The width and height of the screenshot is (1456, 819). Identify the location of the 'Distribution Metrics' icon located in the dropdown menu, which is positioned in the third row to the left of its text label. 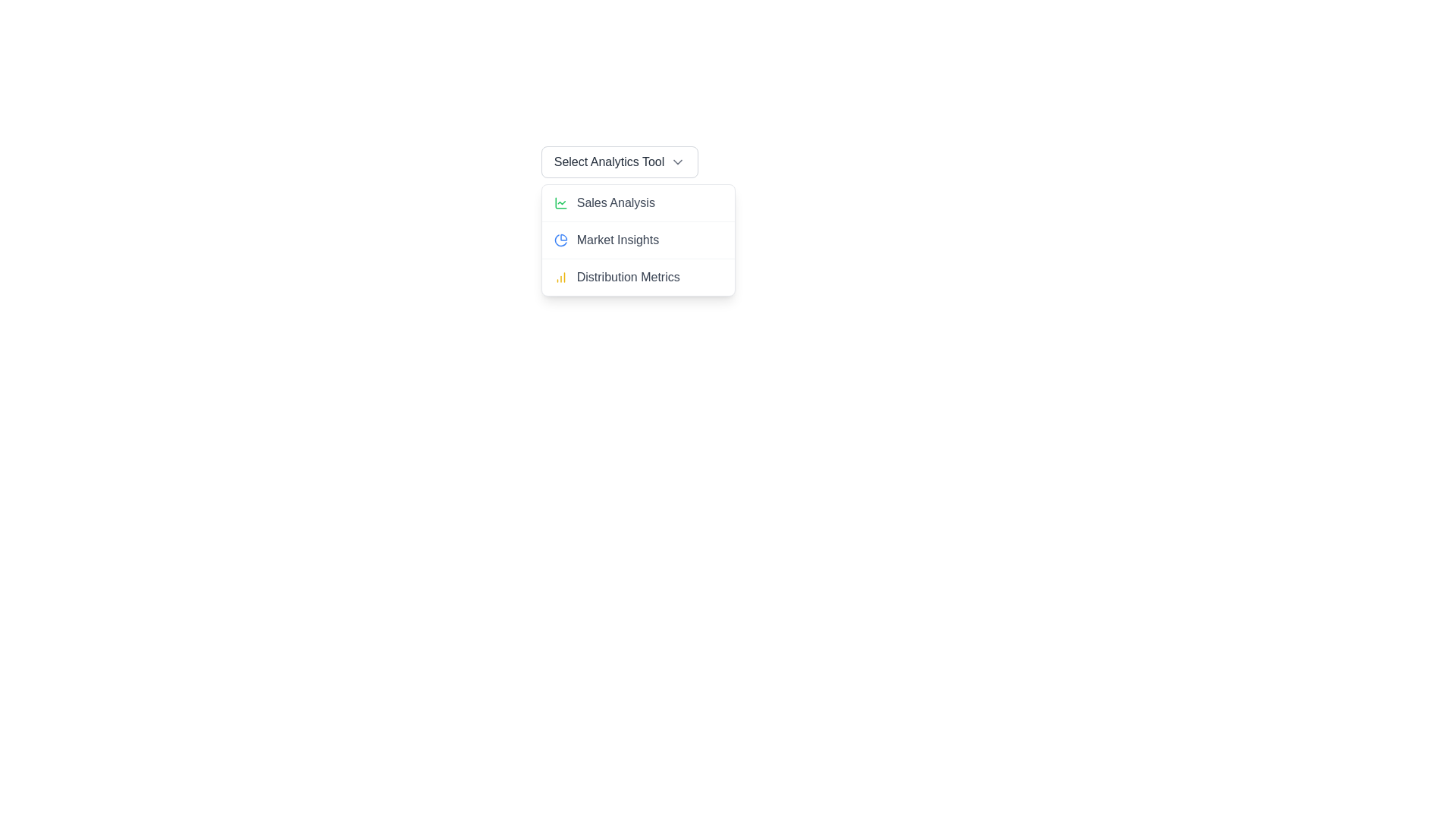
(560, 278).